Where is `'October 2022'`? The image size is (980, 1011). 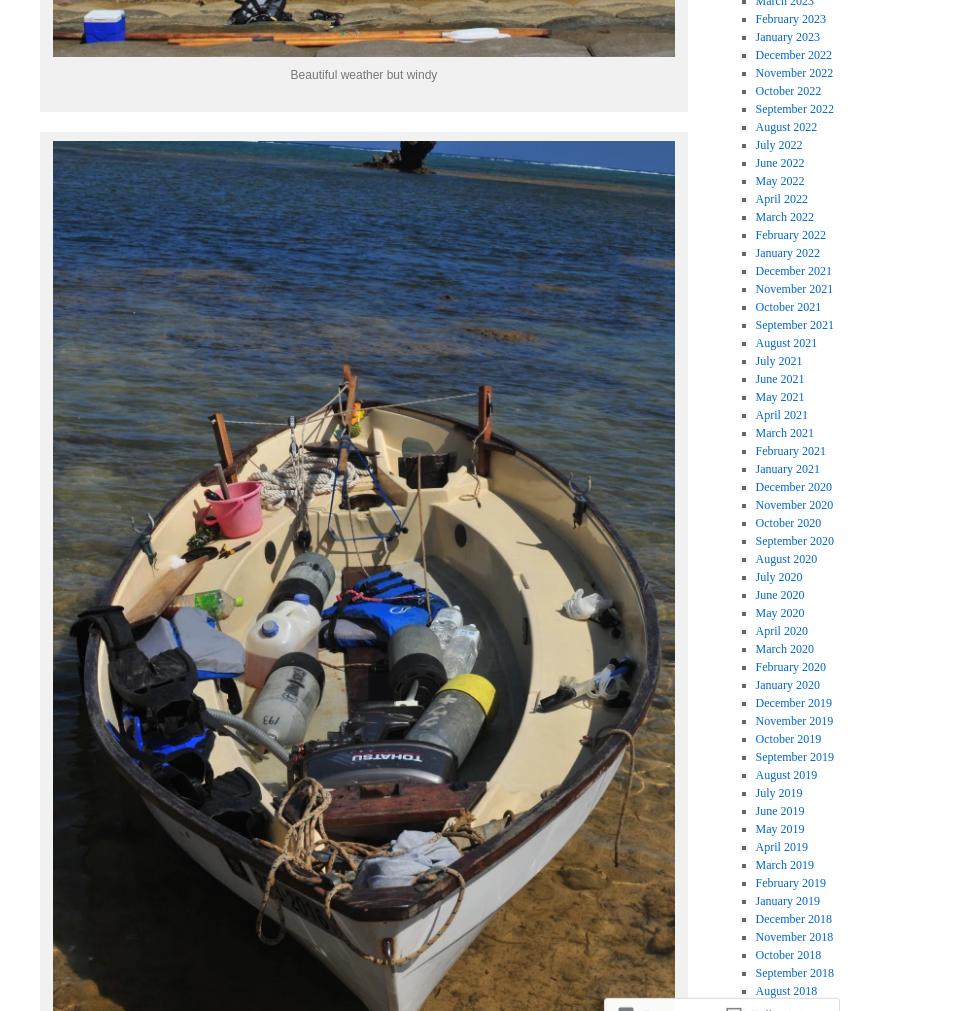 'October 2022' is located at coordinates (754, 88).